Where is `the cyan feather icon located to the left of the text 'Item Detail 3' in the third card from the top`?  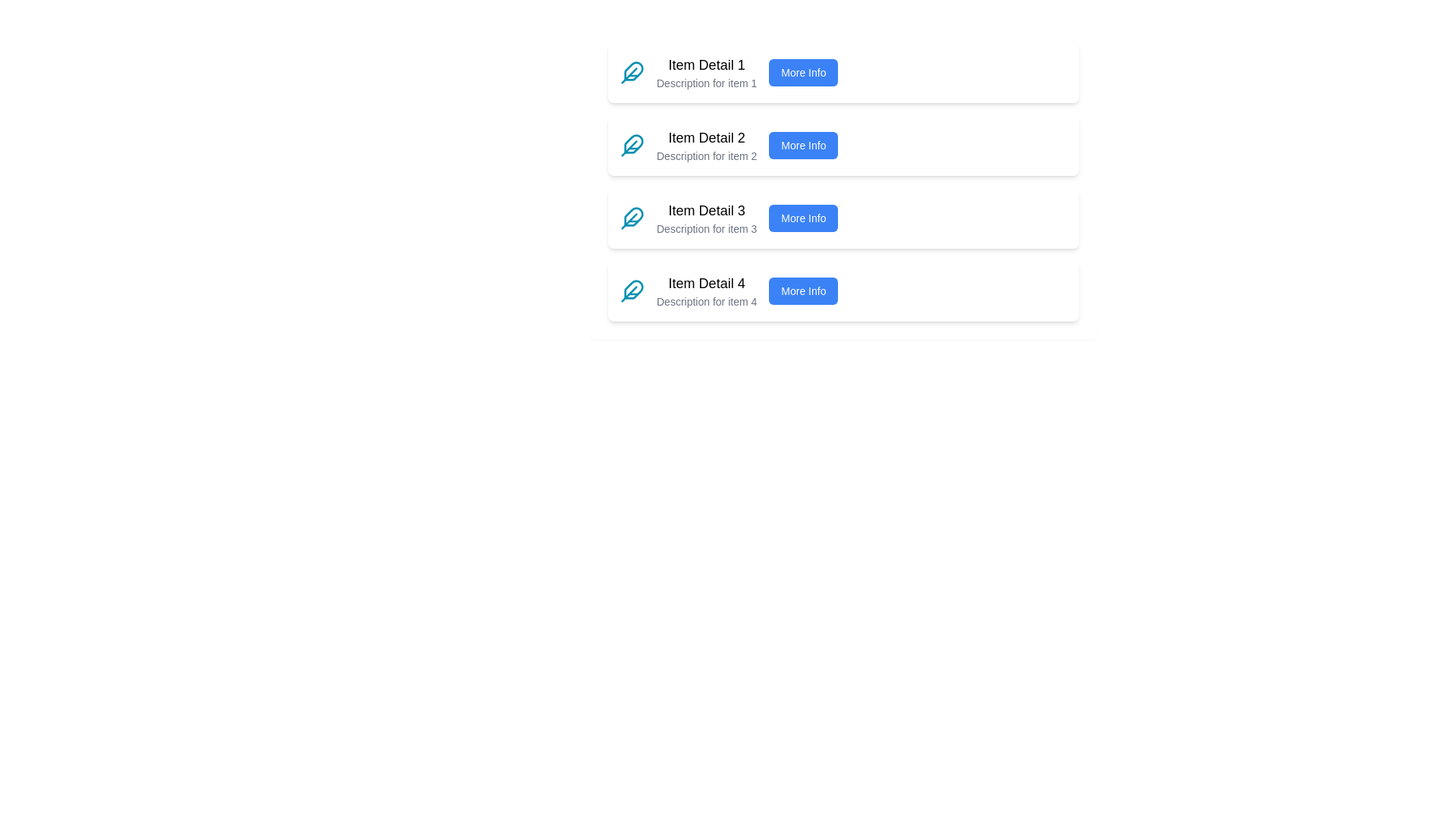
the cyan feather icon located to the left of the text 'Item Detail 3' in the third card from the top is located at coordinates (632, 218).